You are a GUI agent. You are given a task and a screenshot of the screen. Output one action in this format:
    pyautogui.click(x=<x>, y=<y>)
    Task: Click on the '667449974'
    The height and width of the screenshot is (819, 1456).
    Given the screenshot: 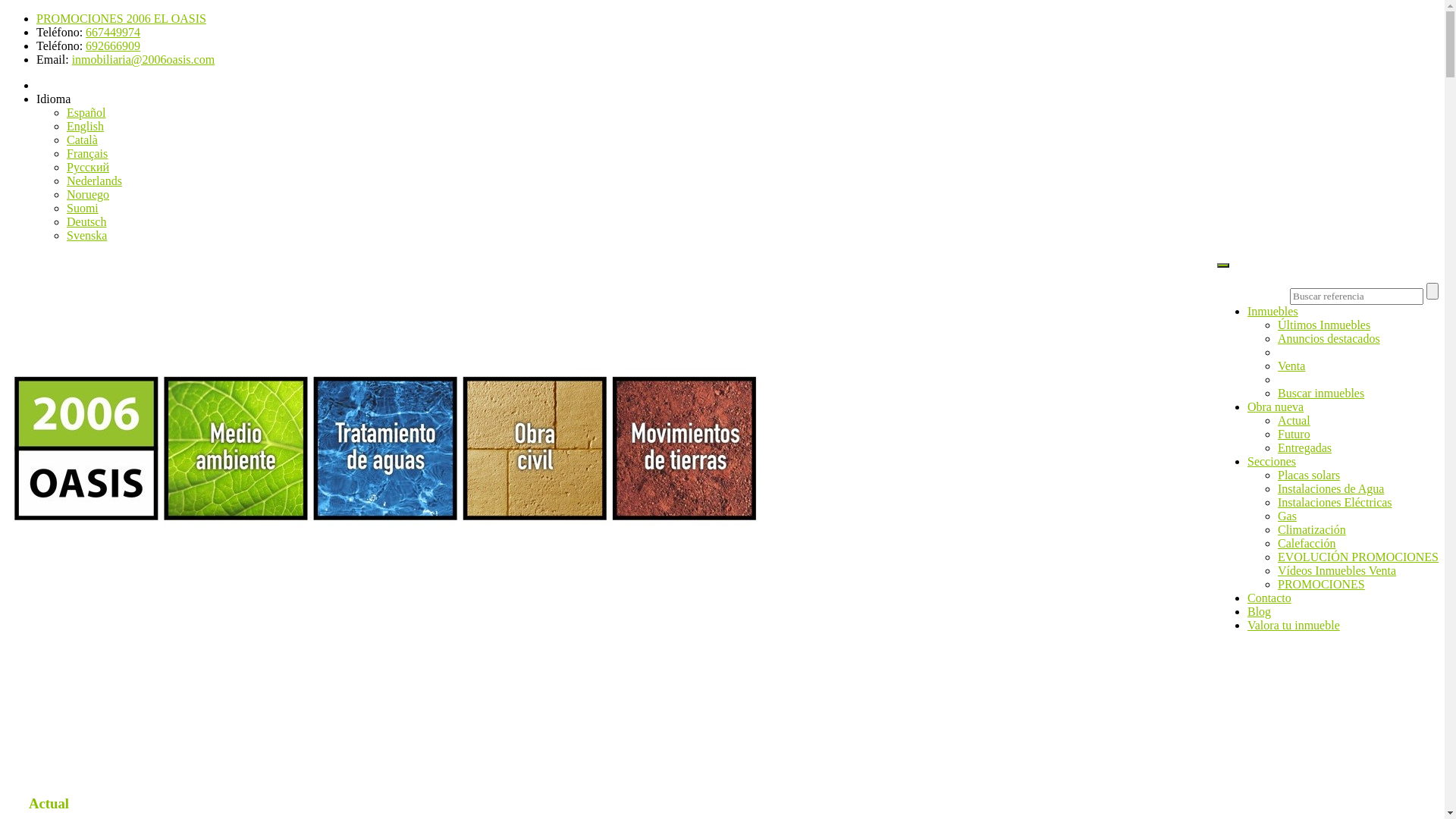 What is the action you would take?
    pyautogui.click(x=111, y=32)
    